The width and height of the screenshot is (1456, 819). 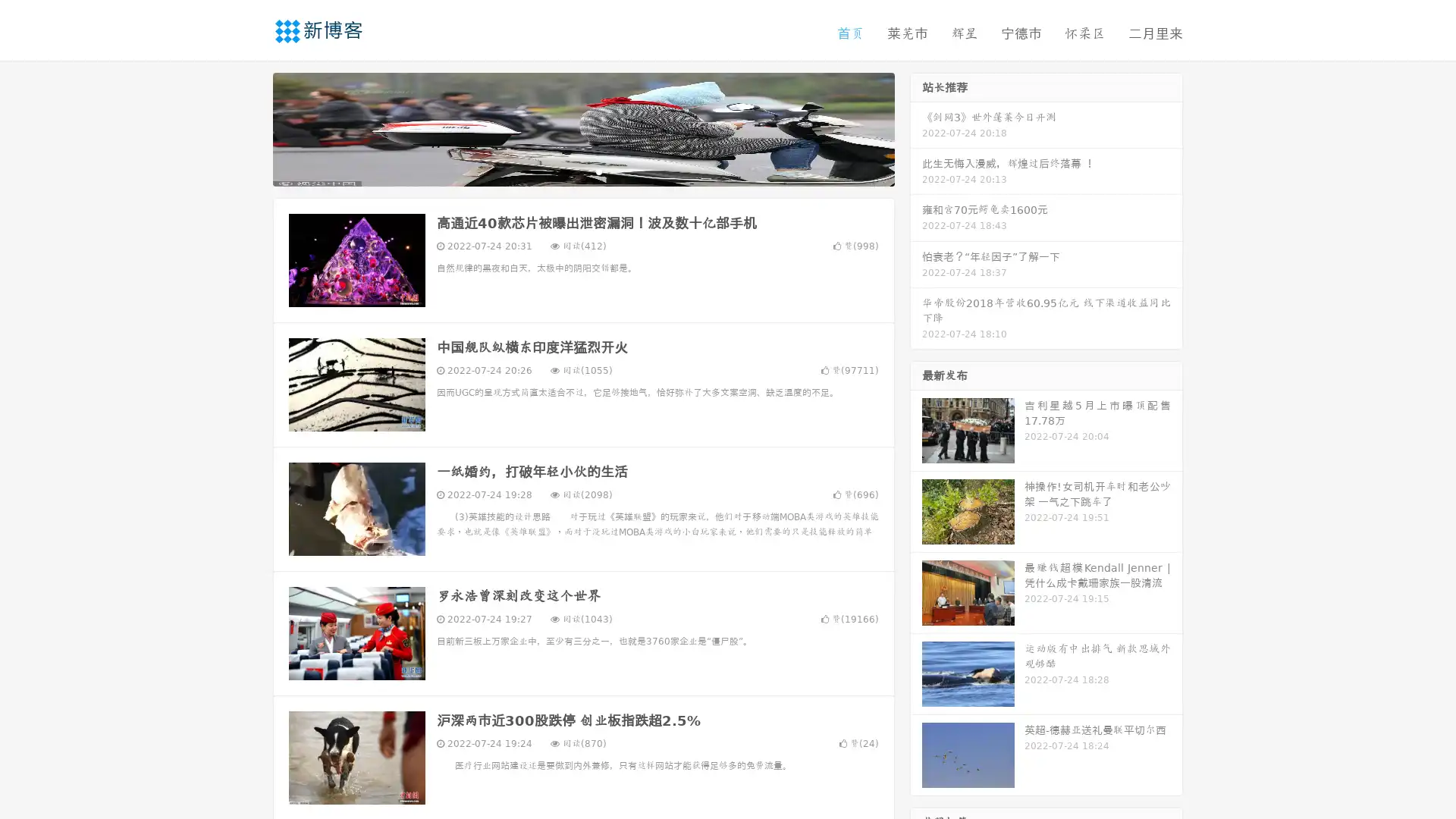 I want to click on Go to slide 3, so click(x=598, y=171).